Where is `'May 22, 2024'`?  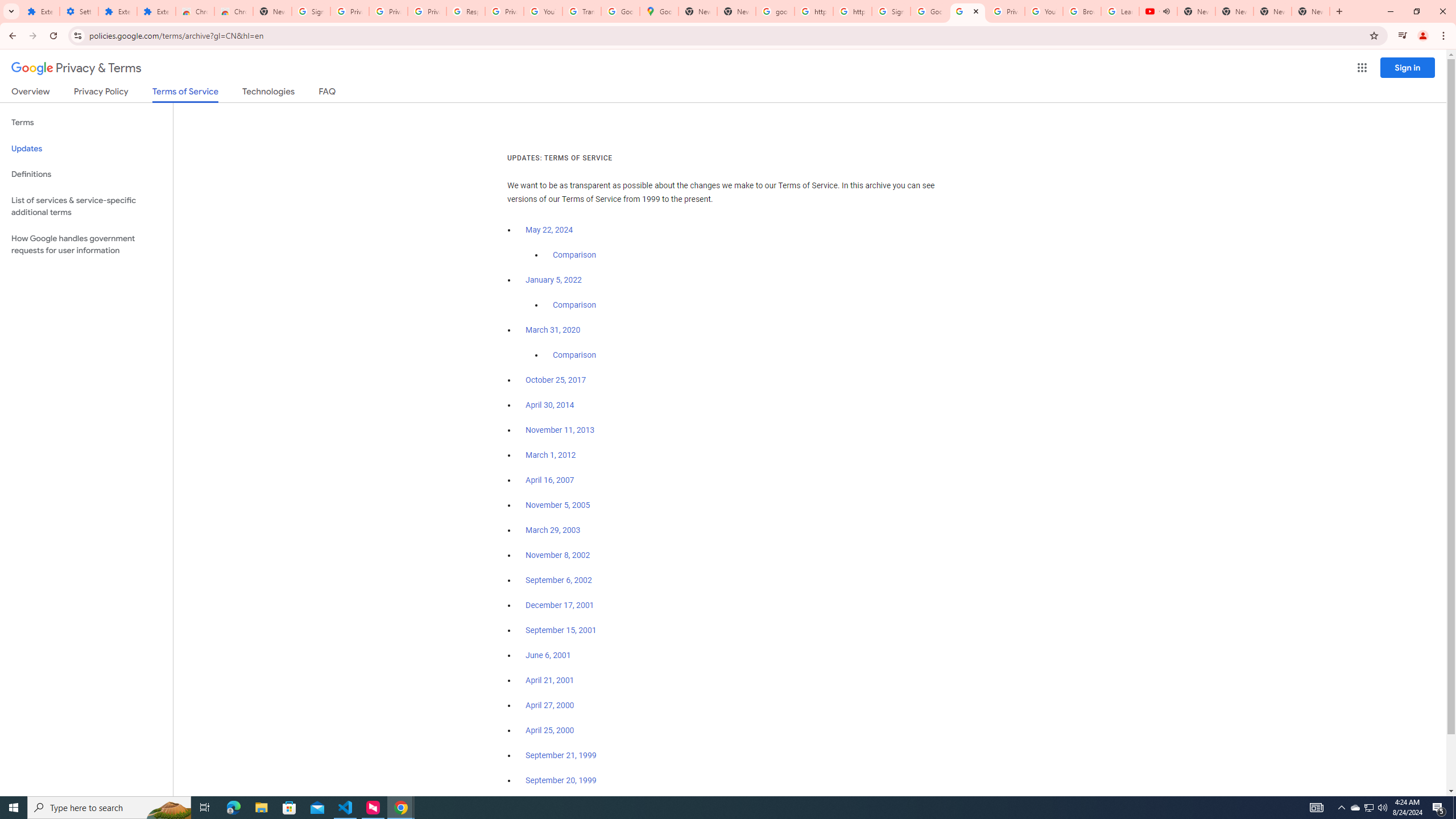 'May 22, 2024' is located at coordinates (549, 230).